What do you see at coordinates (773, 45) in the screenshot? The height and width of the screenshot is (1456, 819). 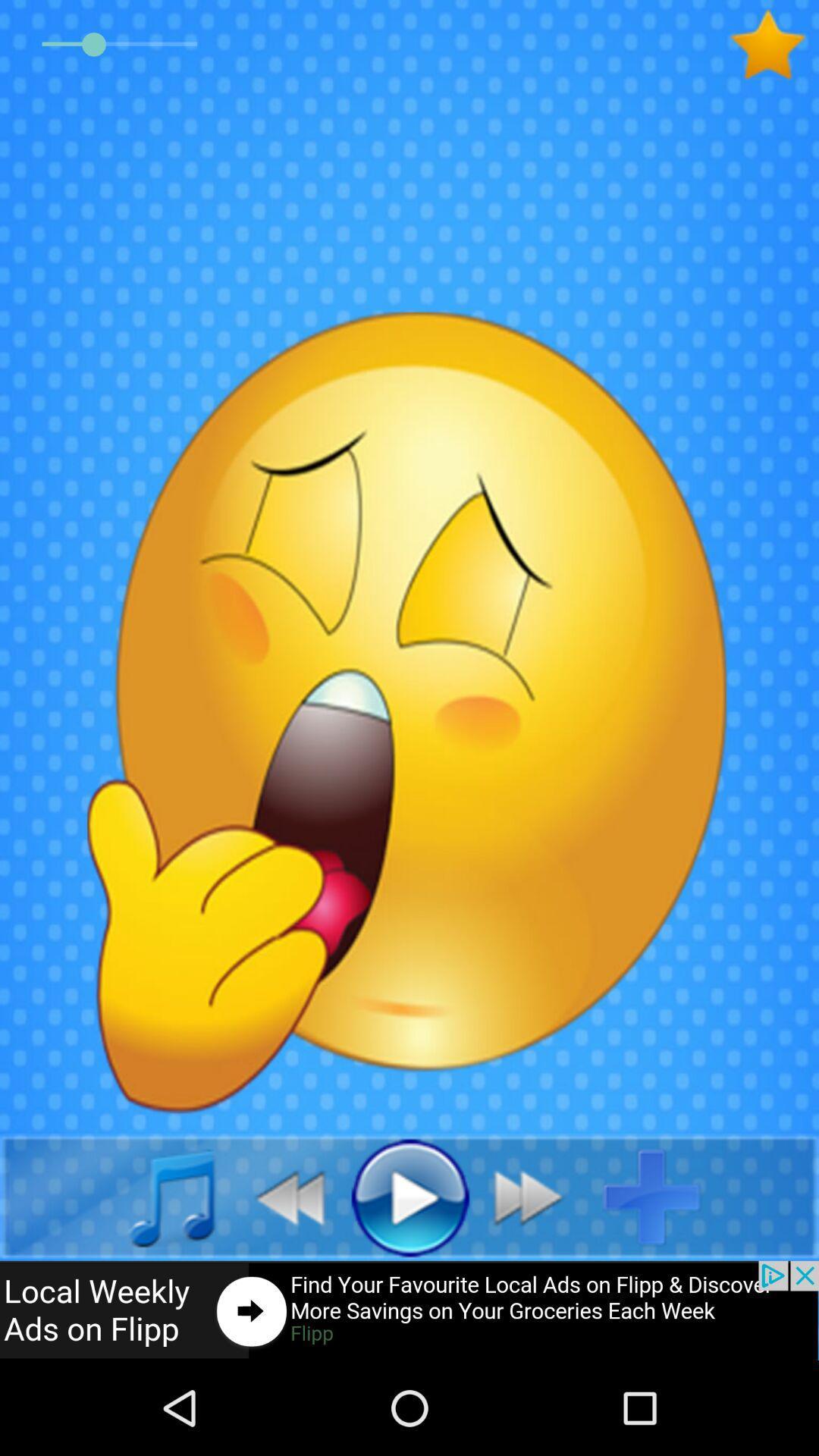 I see `fovread` at bounding box center [773, 45].